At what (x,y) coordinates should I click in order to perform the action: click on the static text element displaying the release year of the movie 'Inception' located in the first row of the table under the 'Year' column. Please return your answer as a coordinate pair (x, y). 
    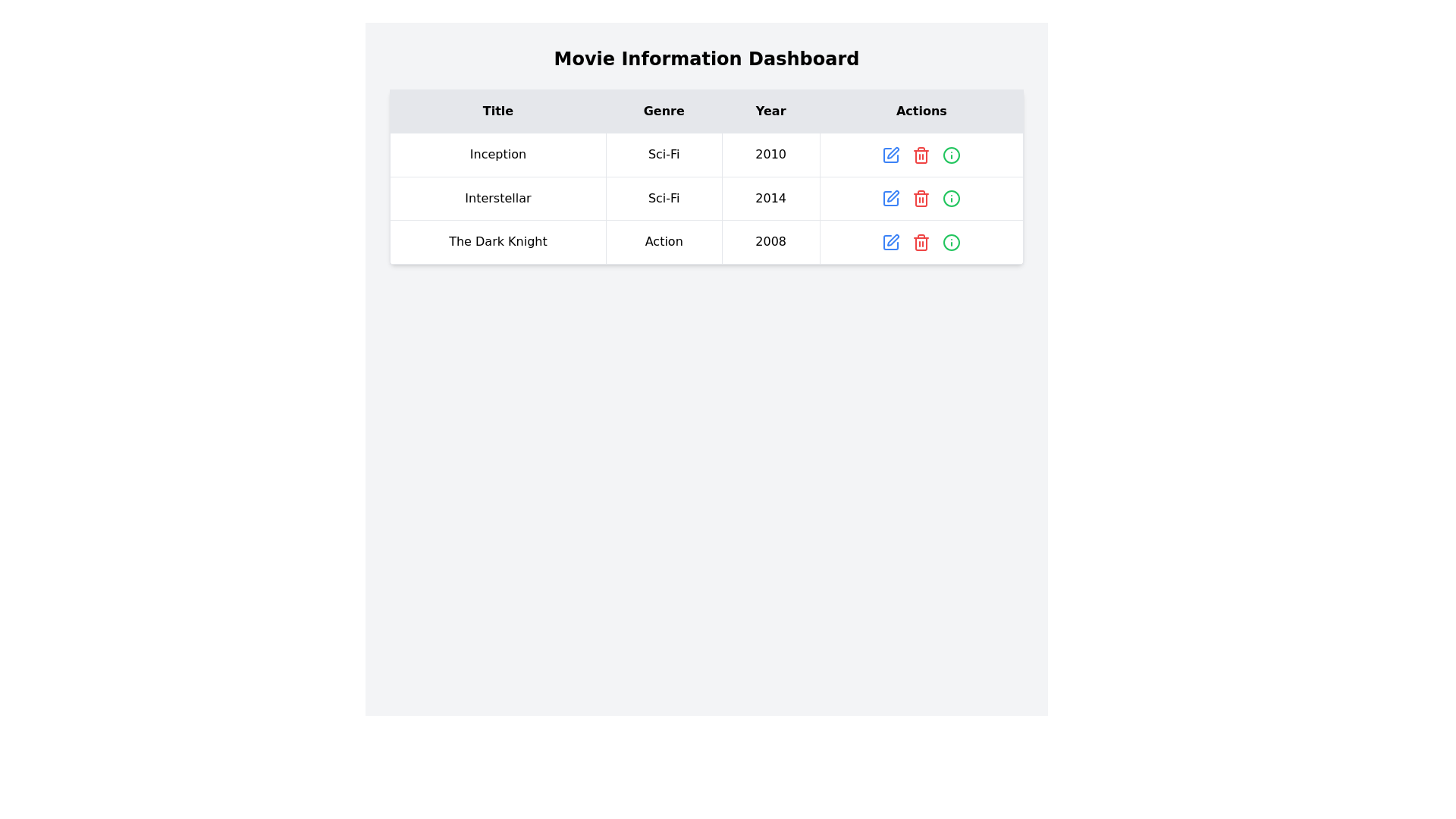
    Looking at the image, I should click on (770, 155).